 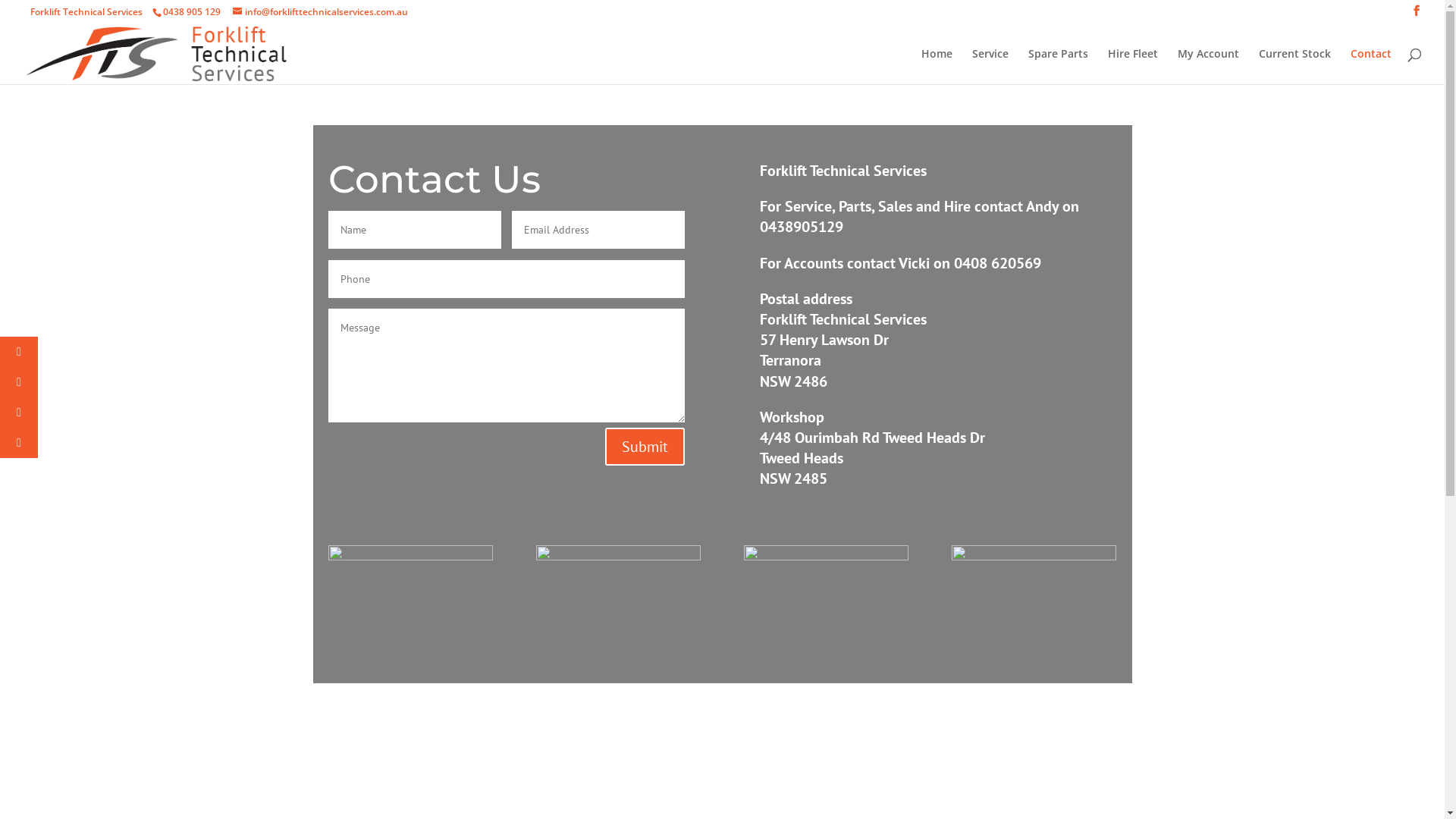 I want to click on 'Image-4 (2)', so click(x=618, y=555).